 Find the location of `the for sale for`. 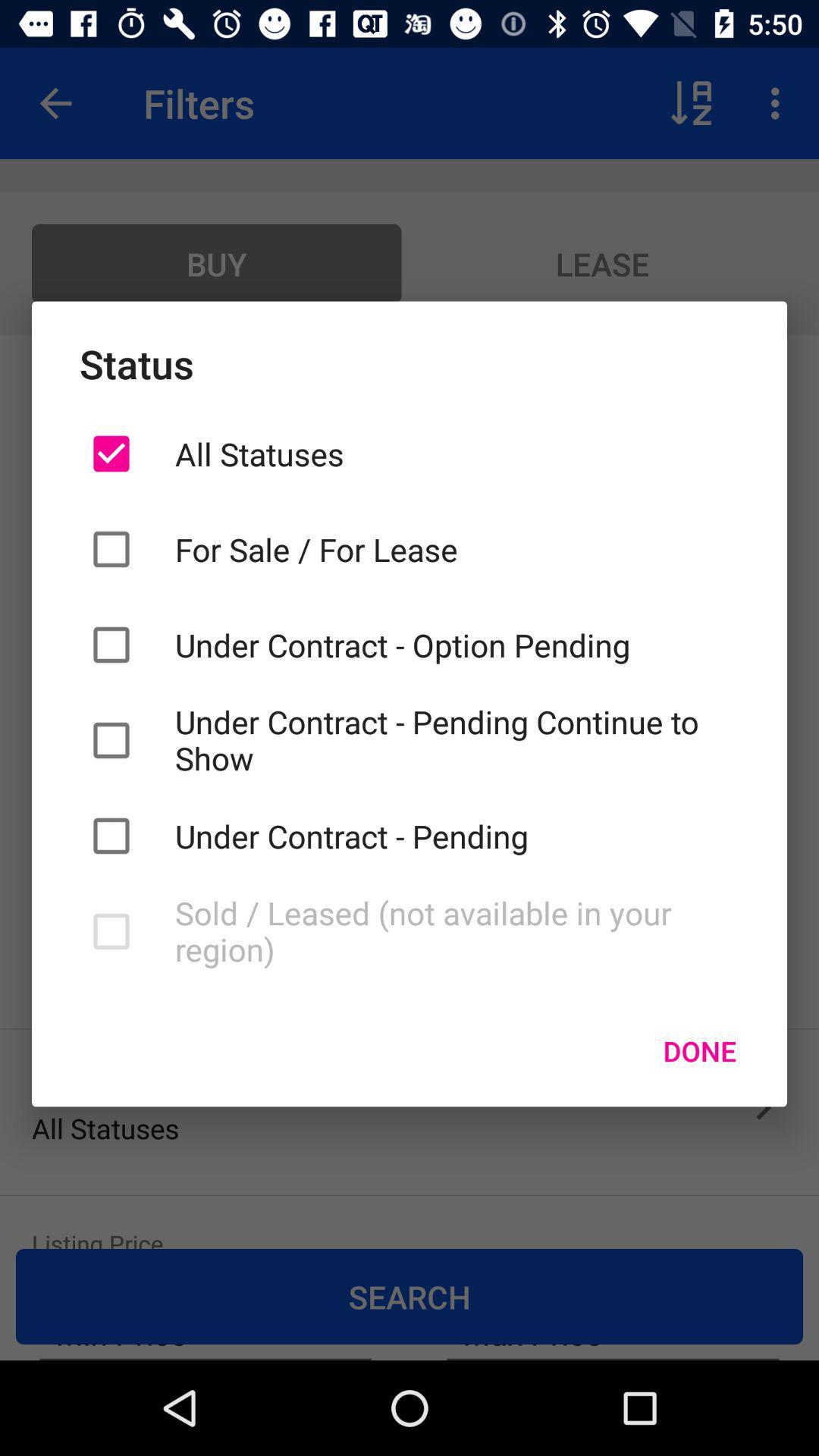

the for sale for is located at coordinates (456, 548).